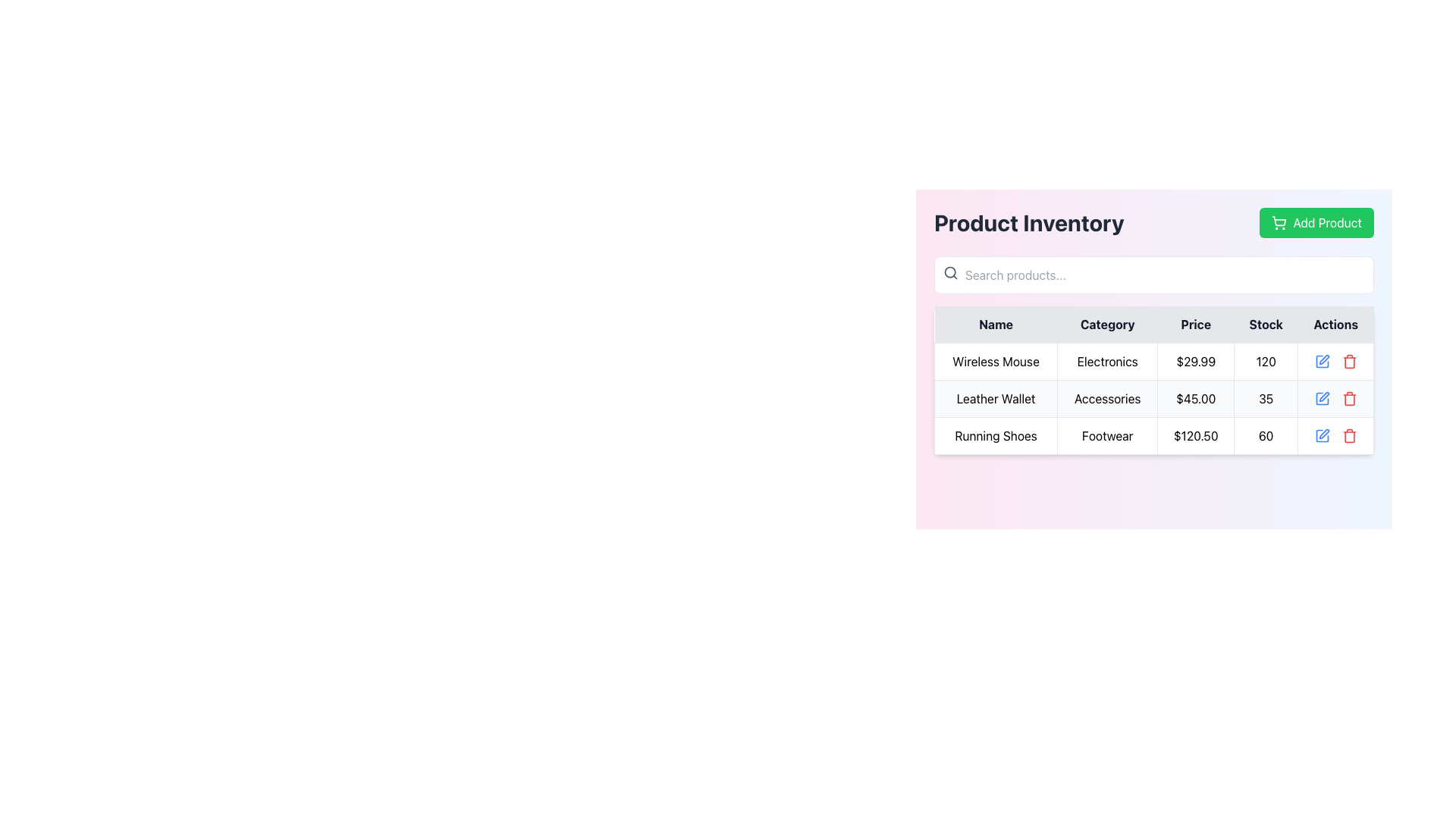  I want to click on the Text Display that shows the text '60', located in the 'Stock' column under the 'Running Shoes' row, which is the fourth column of the third row in the table, so click(1266, 435).